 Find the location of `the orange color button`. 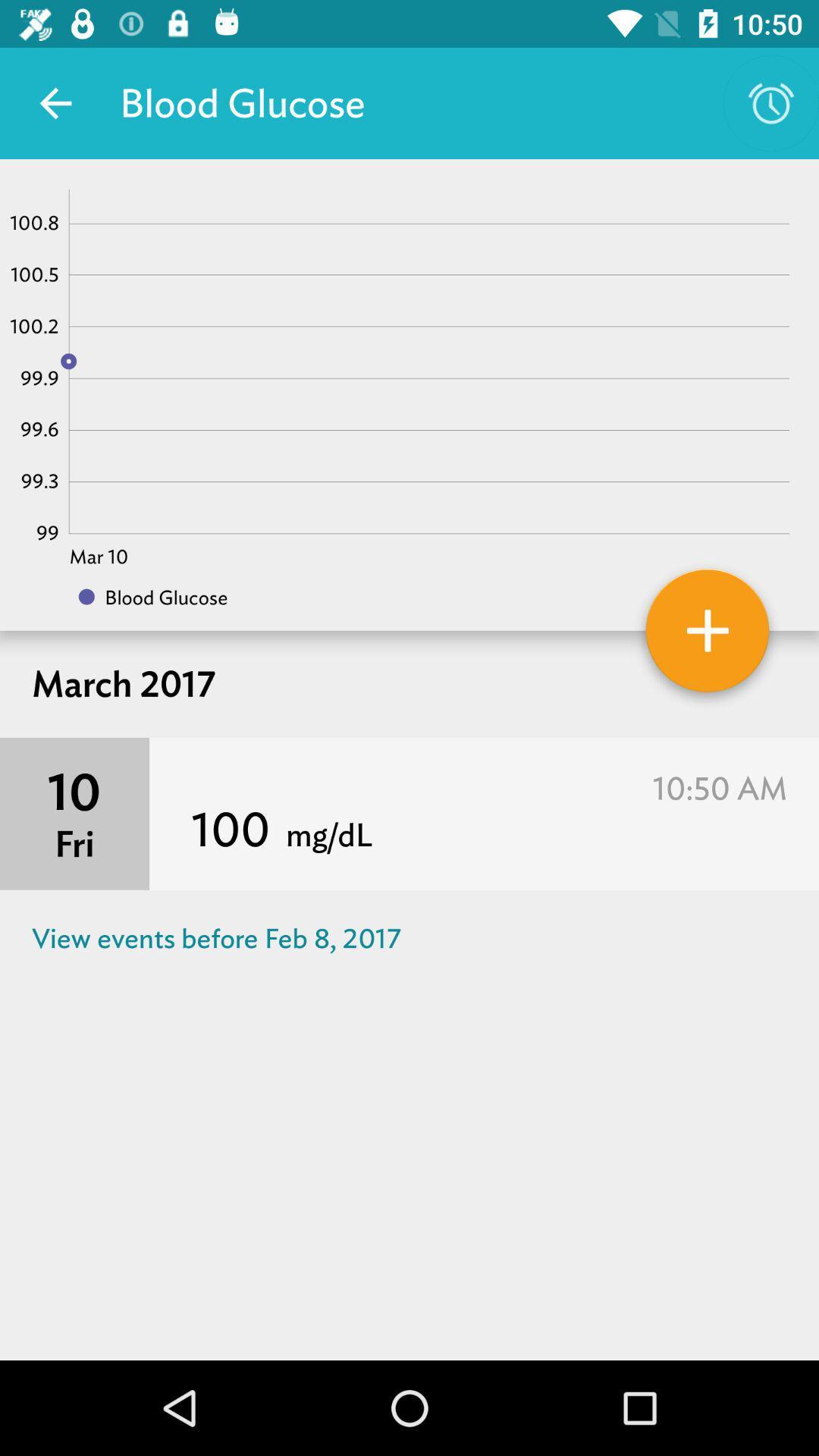

the orange color button is located at coordinates (708, 636).